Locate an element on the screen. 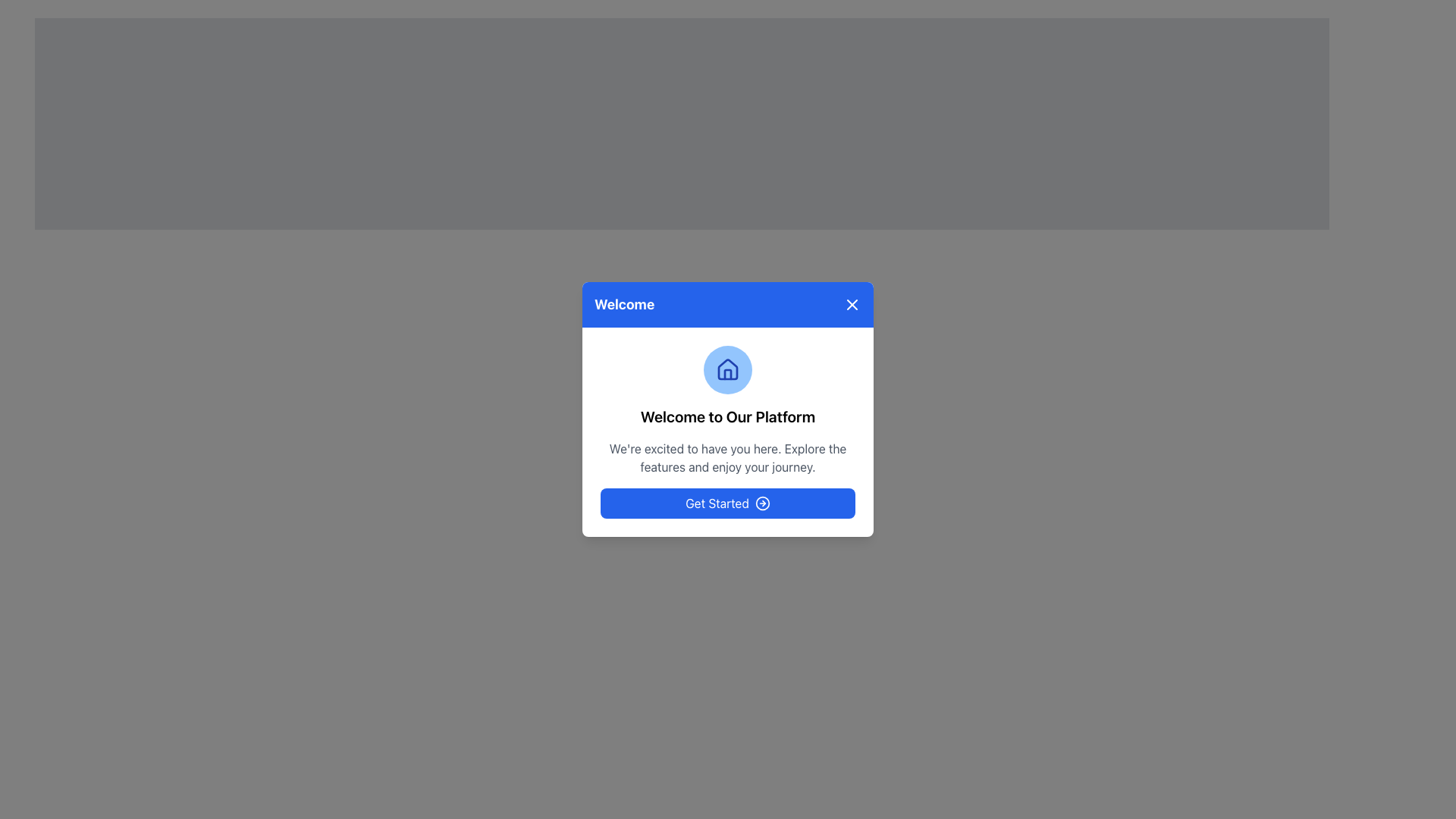 This screenshot has width=1456, height=819. the close button located in the top-right corner of the 'Welcome' modal is located at coordinates (852, 304).